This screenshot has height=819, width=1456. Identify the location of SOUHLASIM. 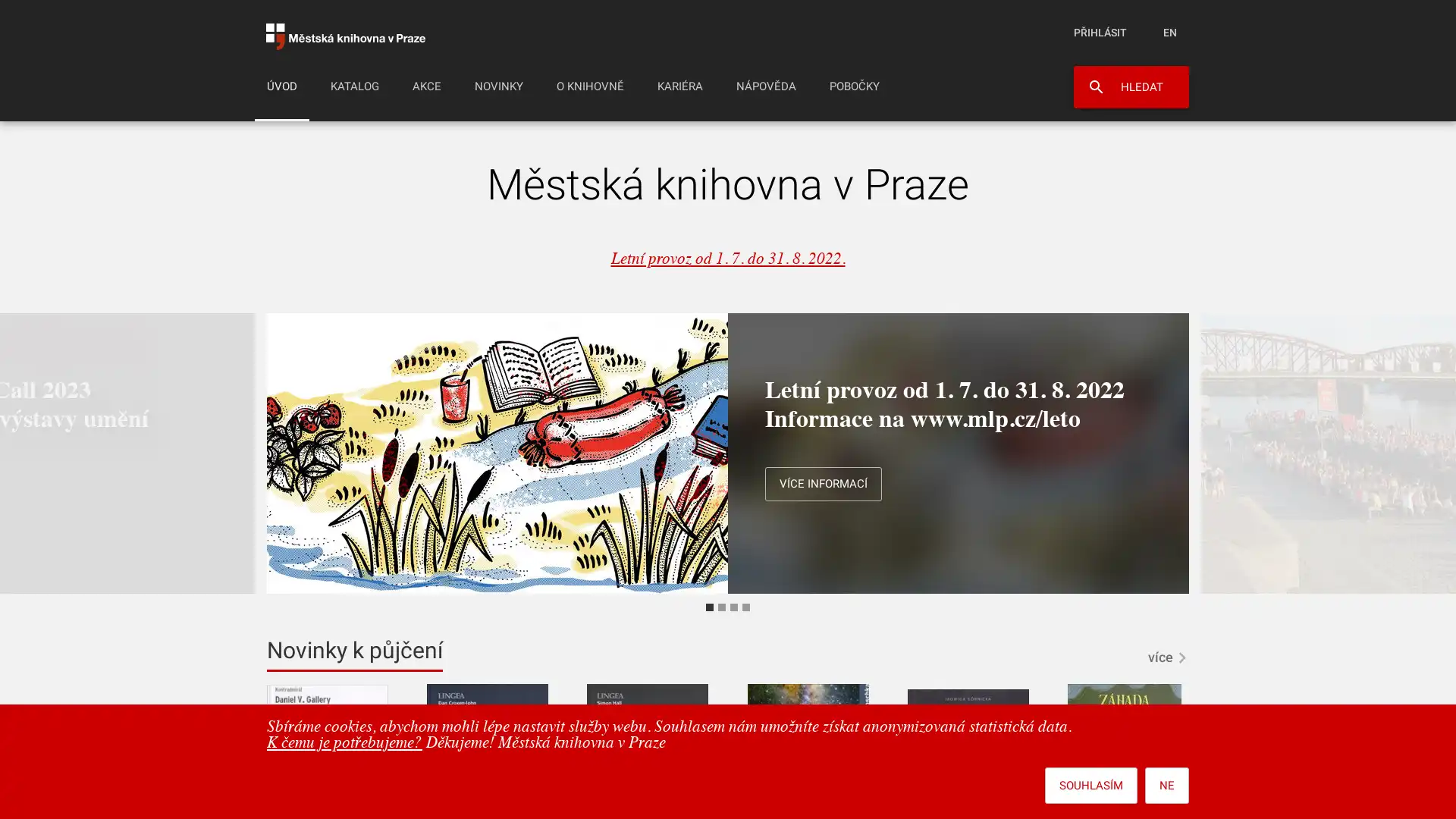
(1090, 785).